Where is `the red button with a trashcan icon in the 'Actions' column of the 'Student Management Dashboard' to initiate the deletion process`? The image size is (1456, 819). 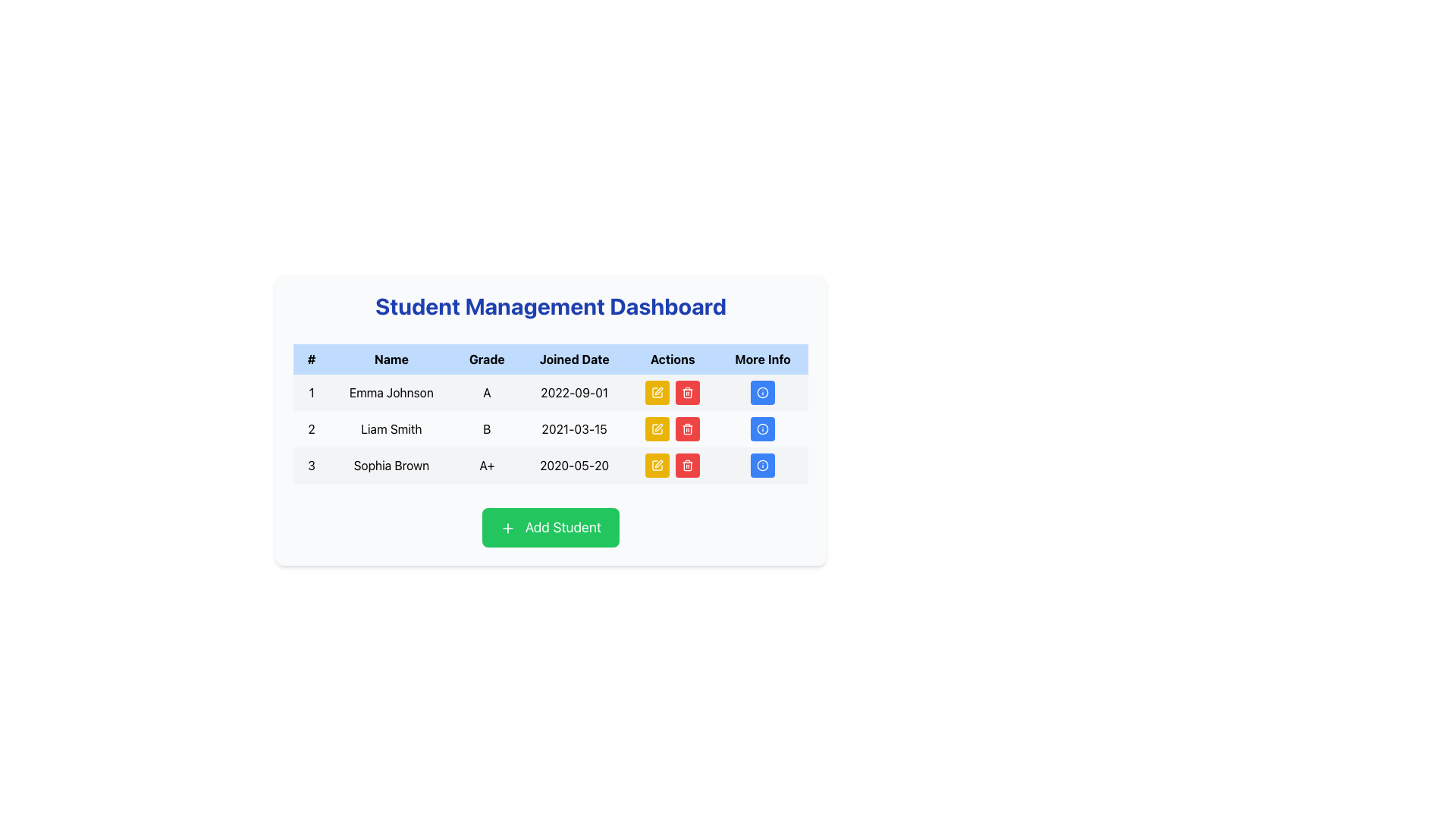 the red button with a trashcan icon in the 'Actions' column of the 'Student Management Dashboard' to initiate the deletion process is located at coordinates (687, 464).